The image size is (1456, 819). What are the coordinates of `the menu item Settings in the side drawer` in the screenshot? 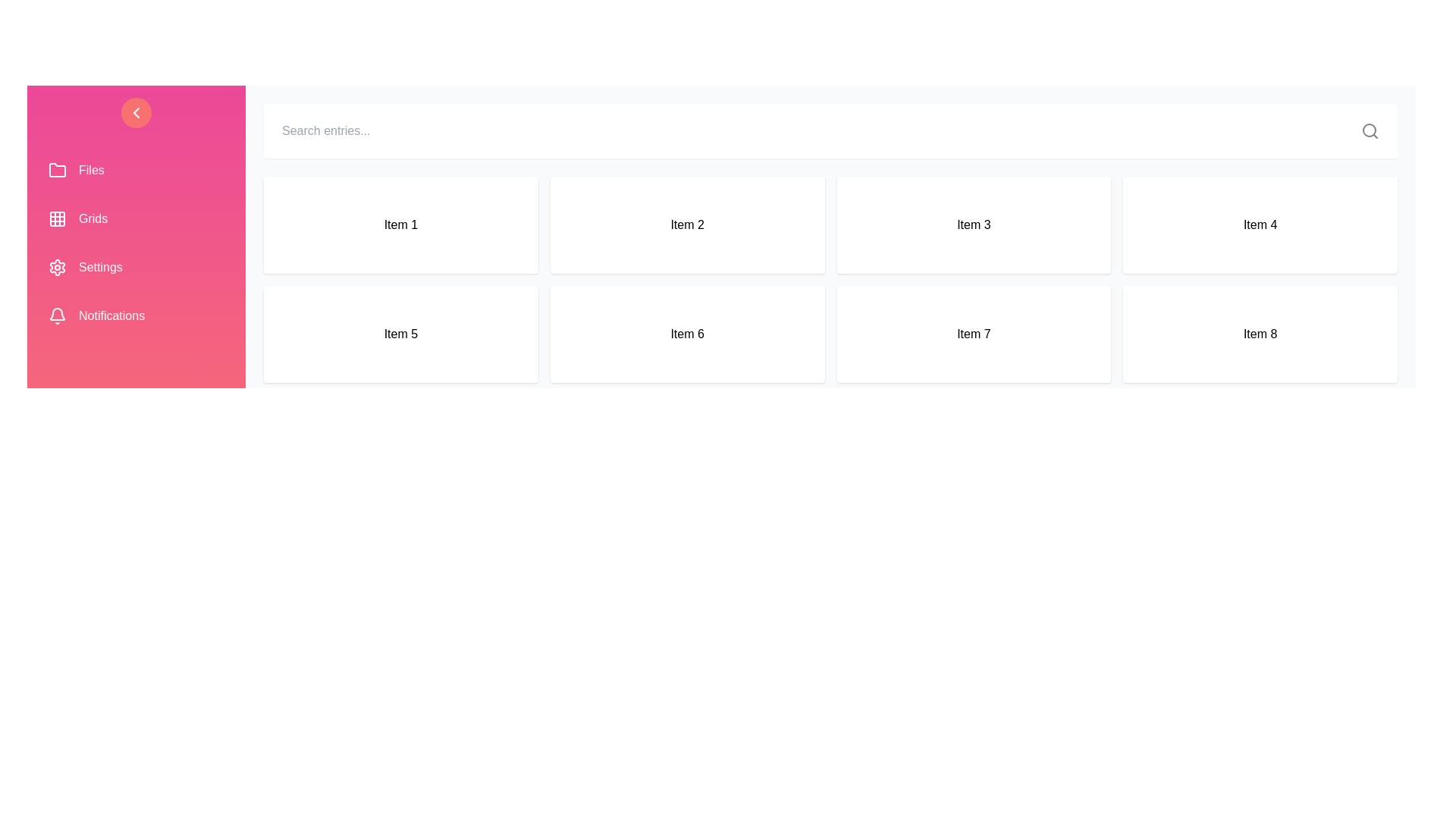 It's located at (136, 267).